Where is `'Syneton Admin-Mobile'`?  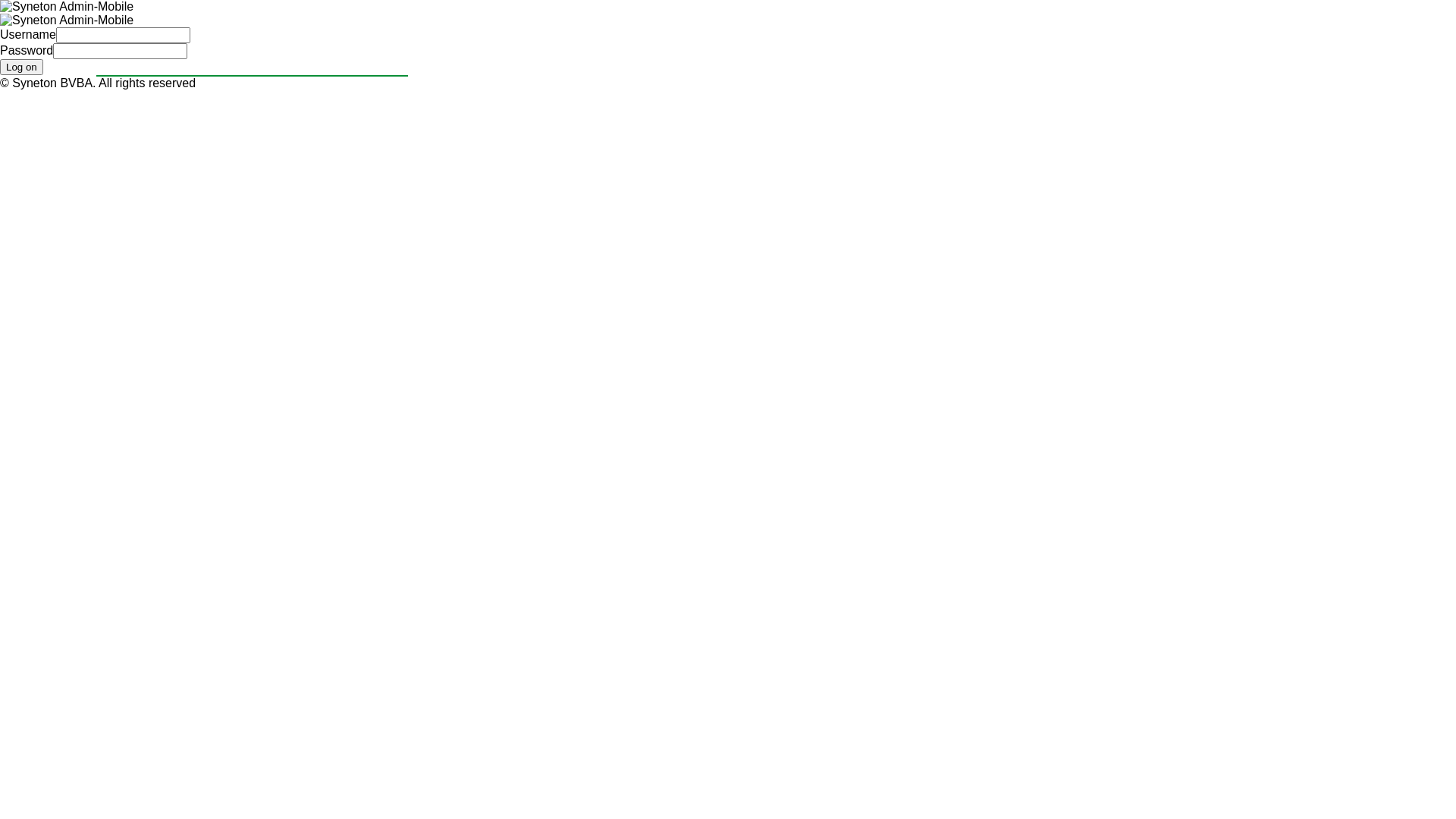
'Syneton Admin-Mobile' is located at coordinates (0, 6).